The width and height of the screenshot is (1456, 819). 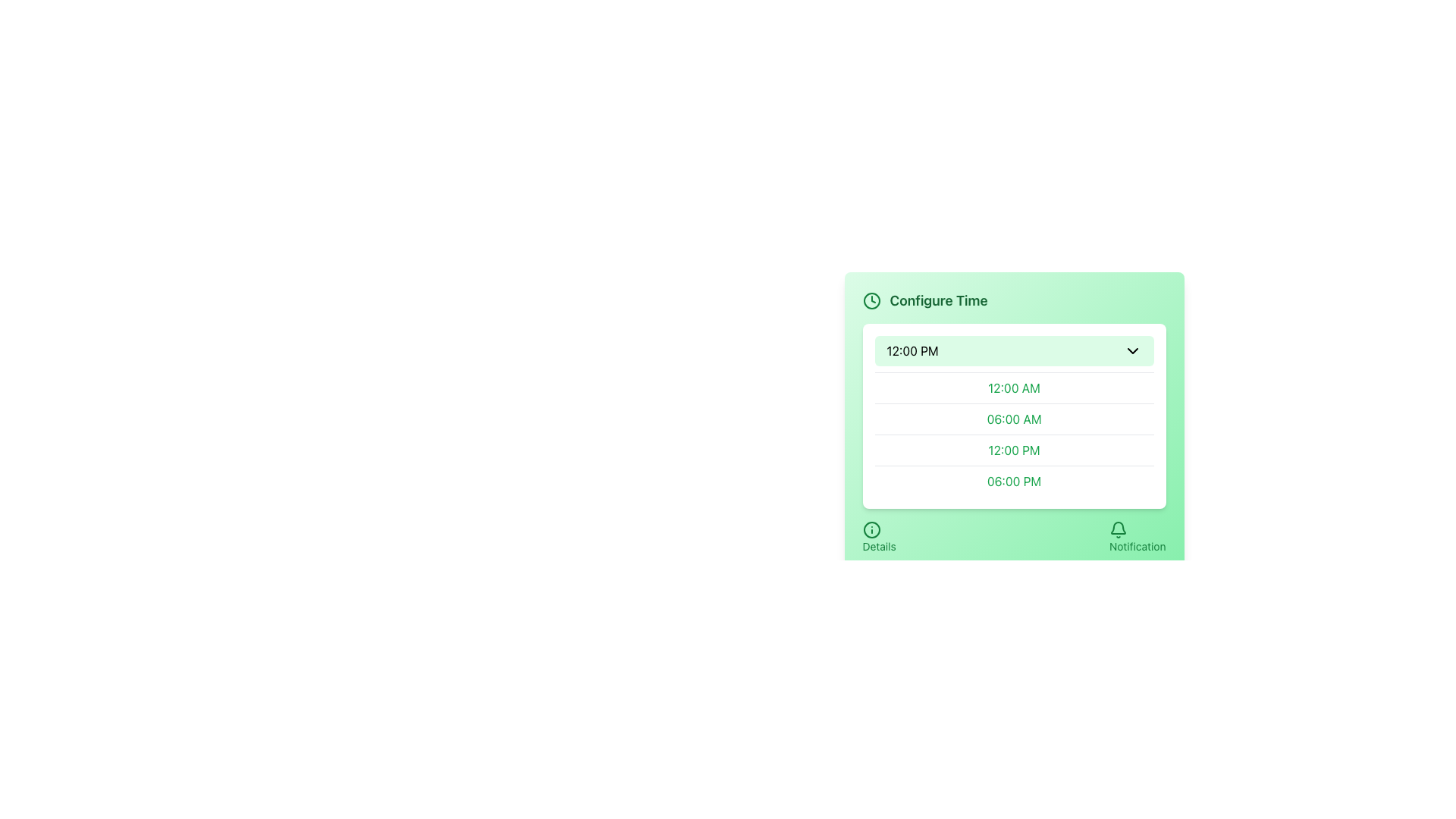 What do you see at coordinates (1014, 388) in the screenshot?
I see `the text label displaying '12:00 AM' in green font within the dropdown menu` at bounding box center [1014, 388].